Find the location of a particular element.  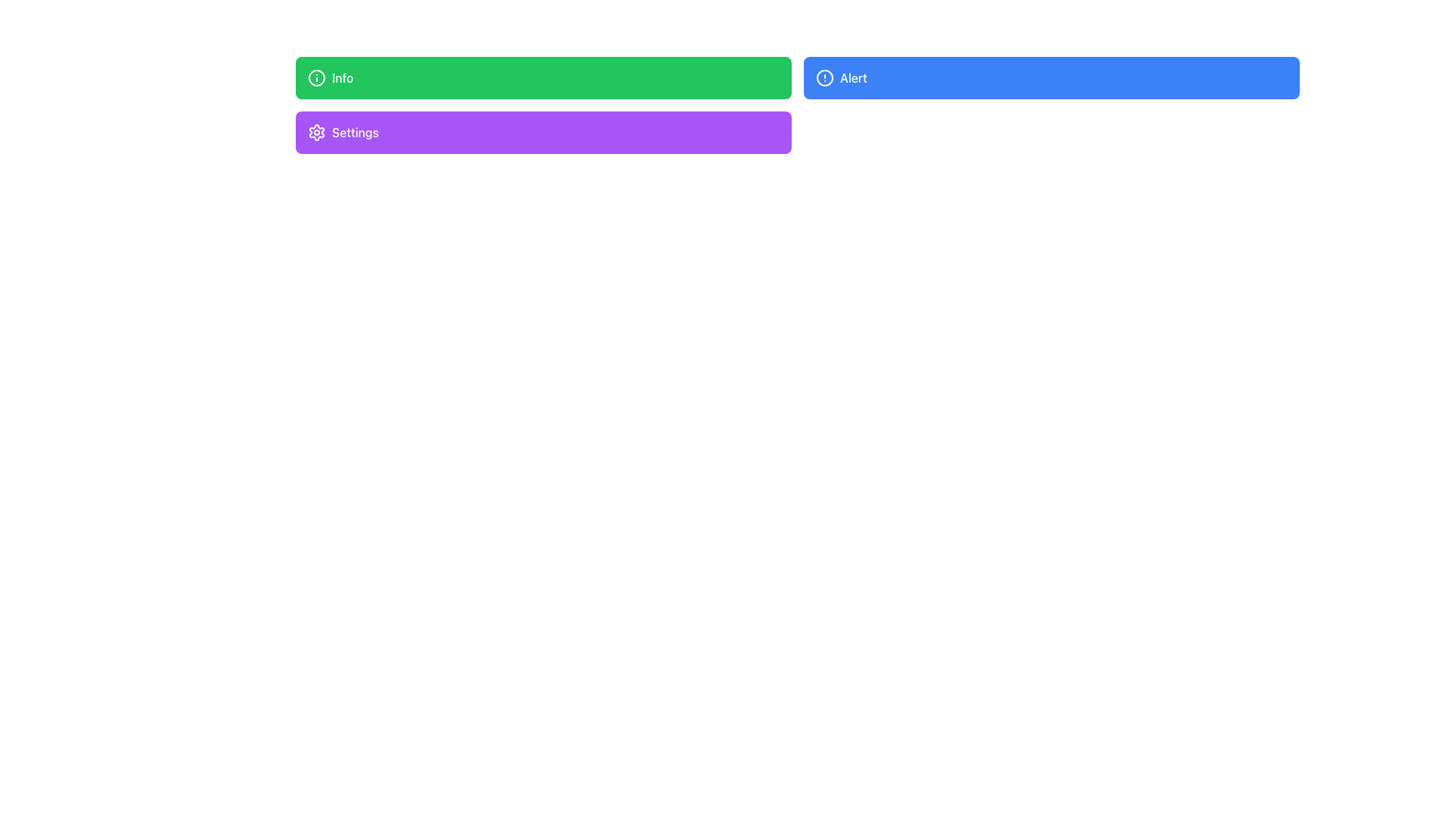

the 'Alert' button located to the right of the 'Info' button is located at coordinates (1051, 78).